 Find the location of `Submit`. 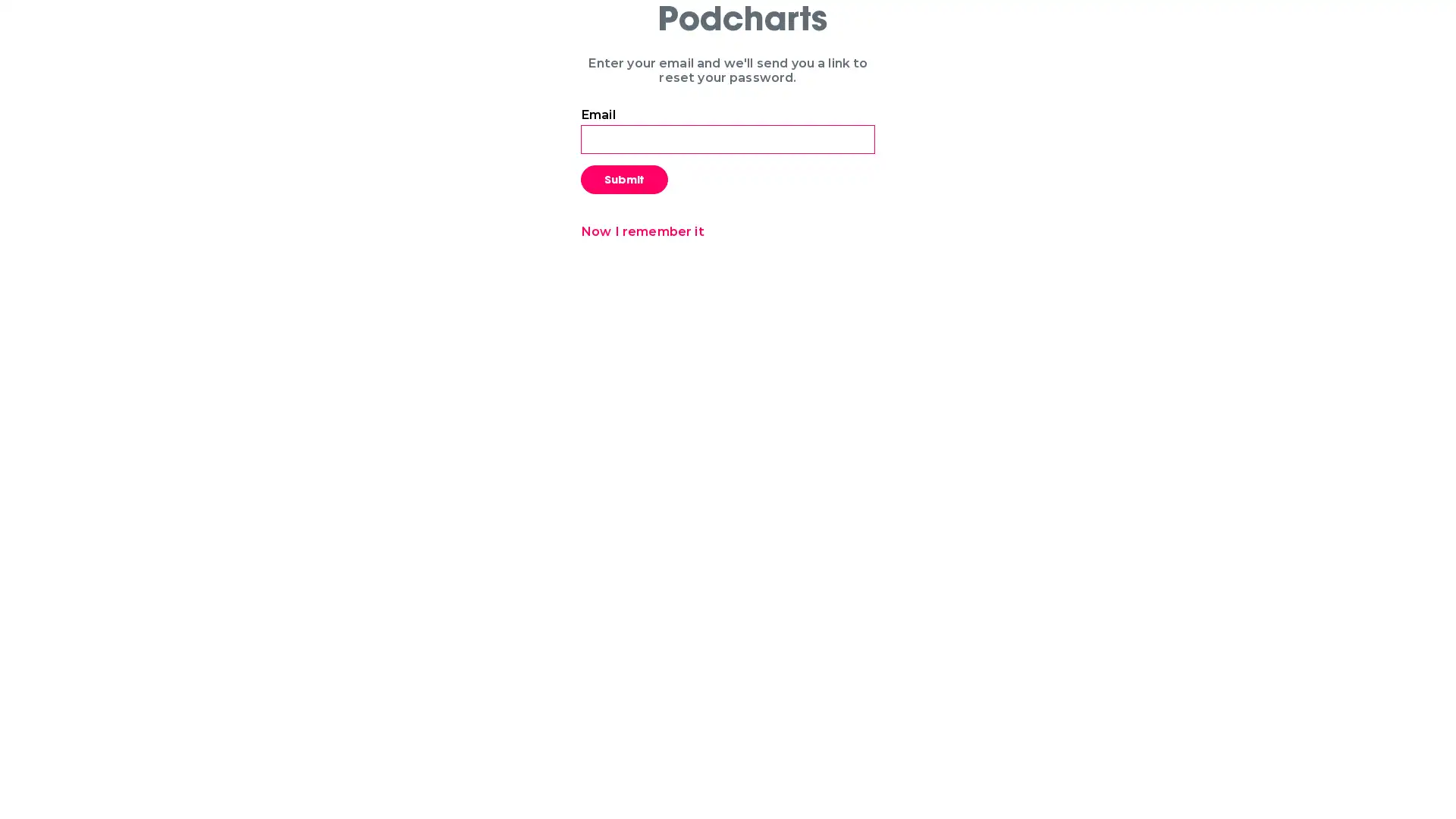

Submit is located at coordinates (624, 177).